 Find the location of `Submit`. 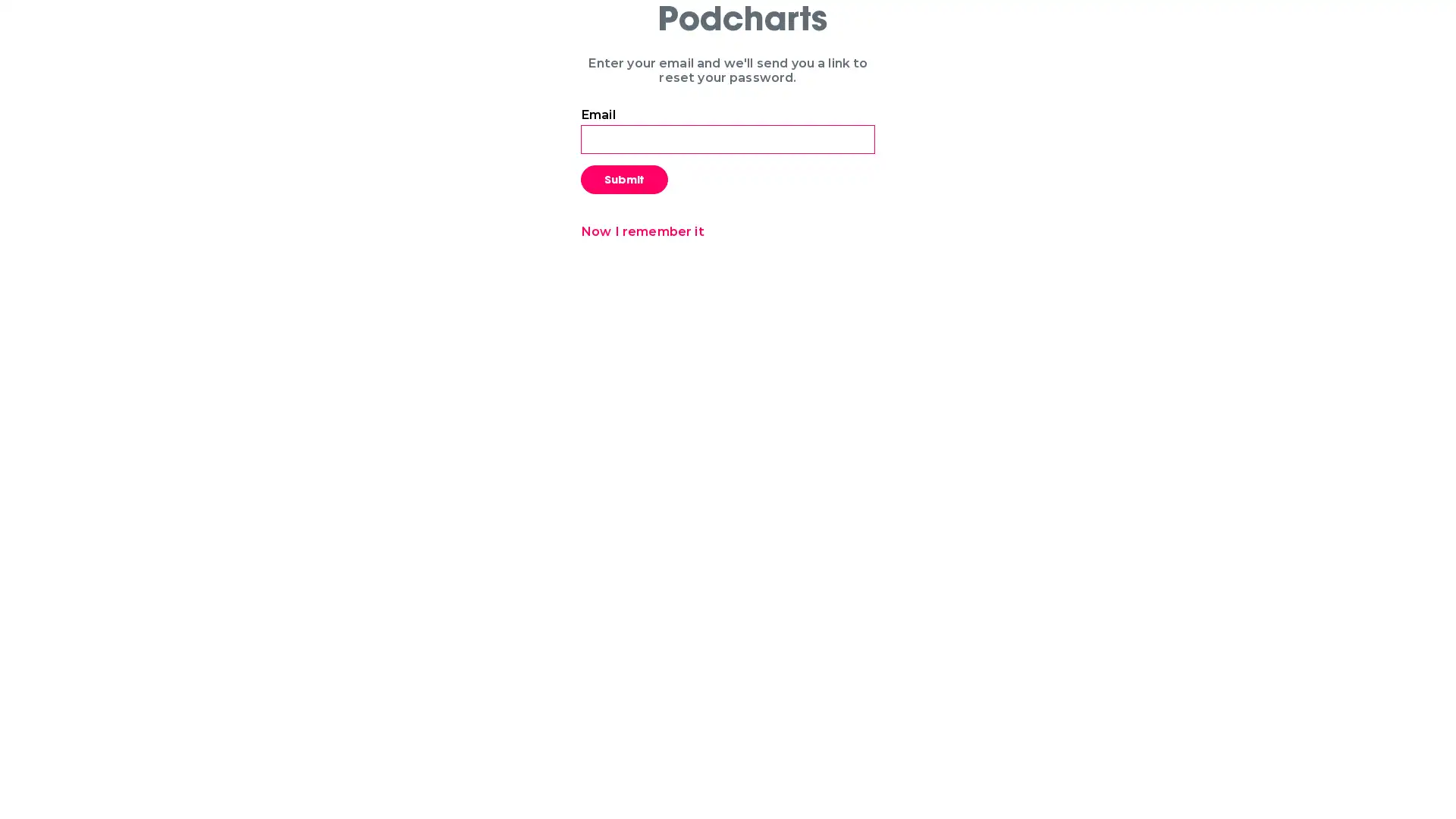

Submit is located at coordinates (624, 177).